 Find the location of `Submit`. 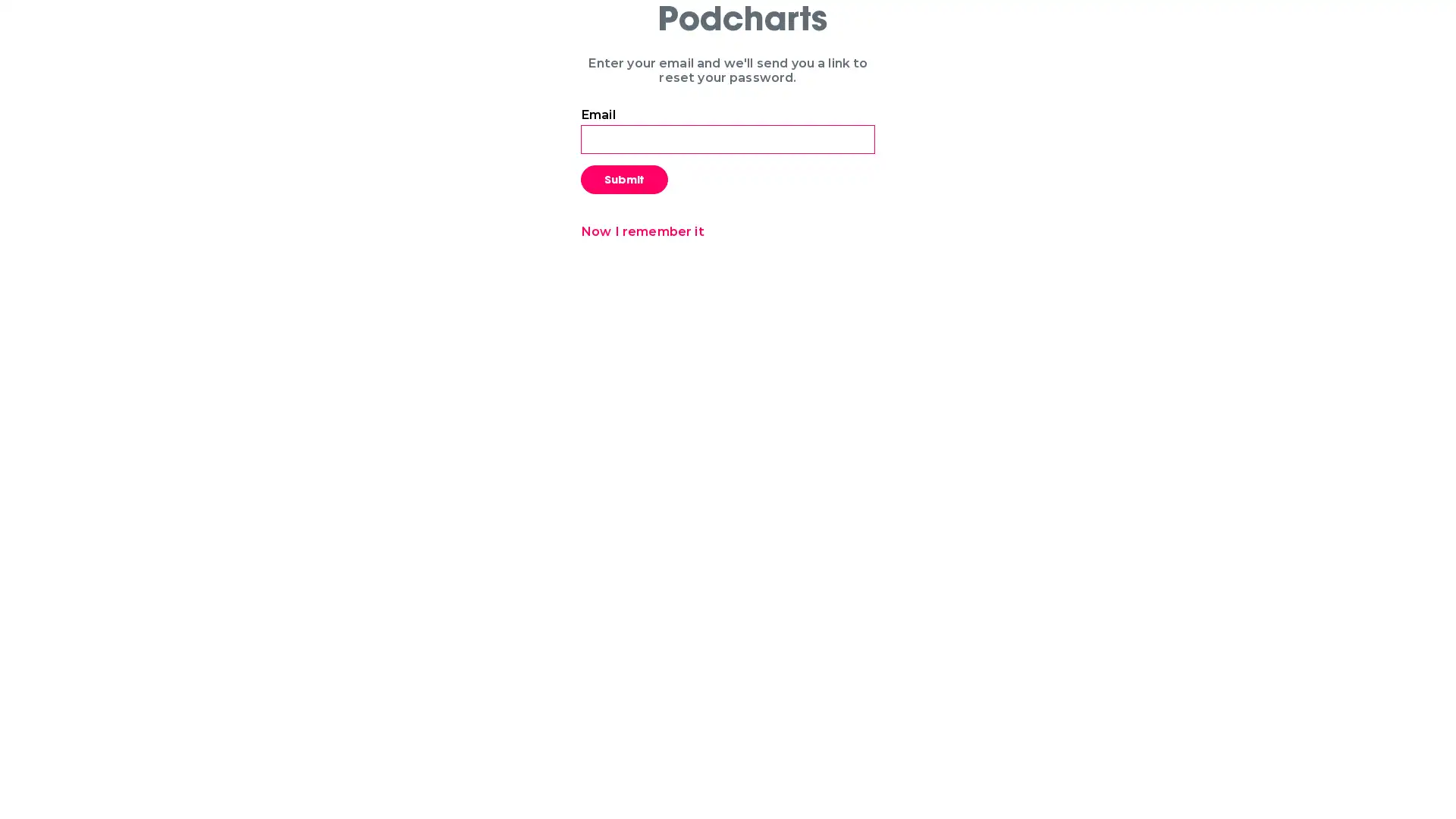

Submit is located at coordinates (624, 177).